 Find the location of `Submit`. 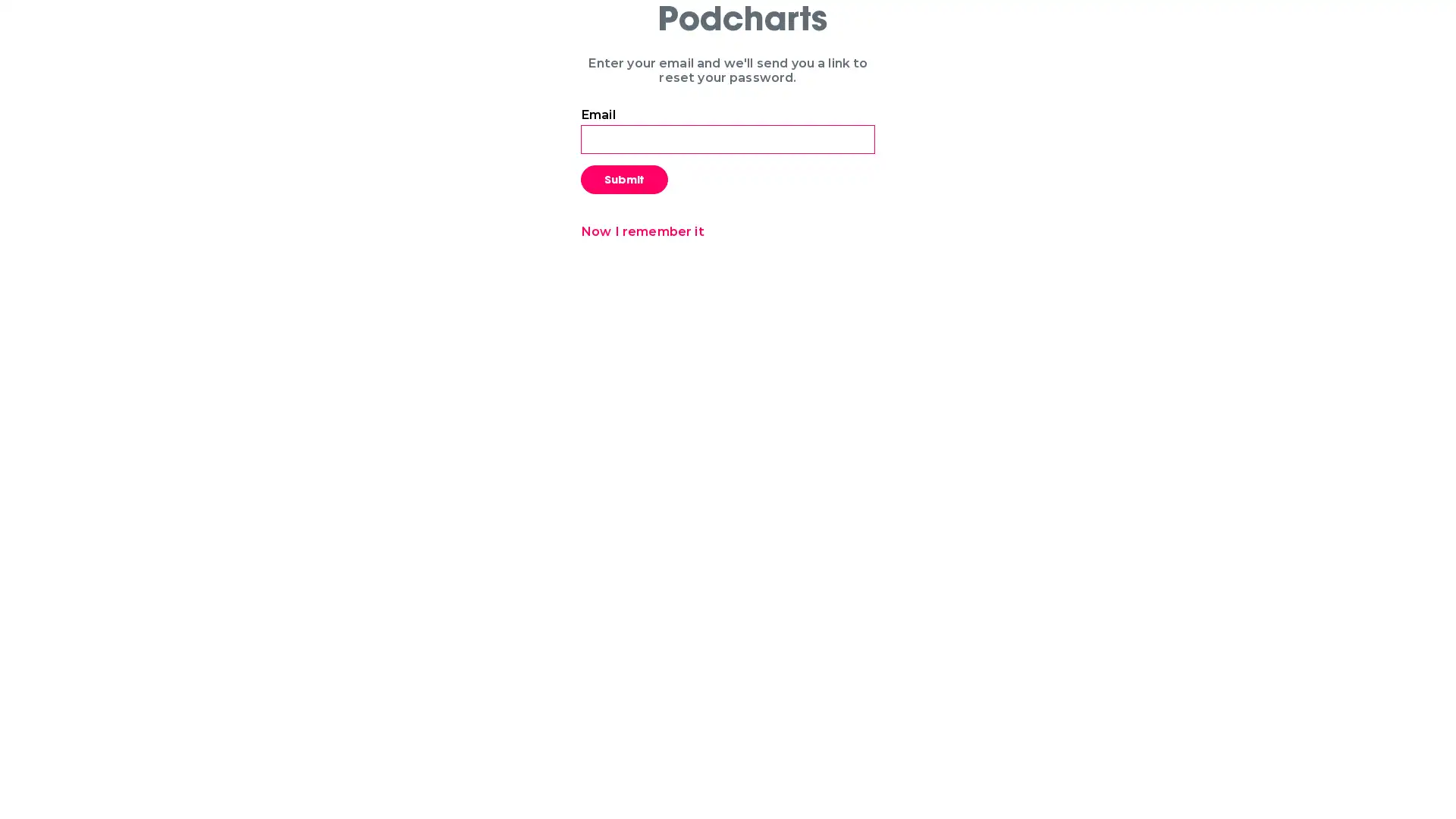

Submit is located at coordinates (624, 177).